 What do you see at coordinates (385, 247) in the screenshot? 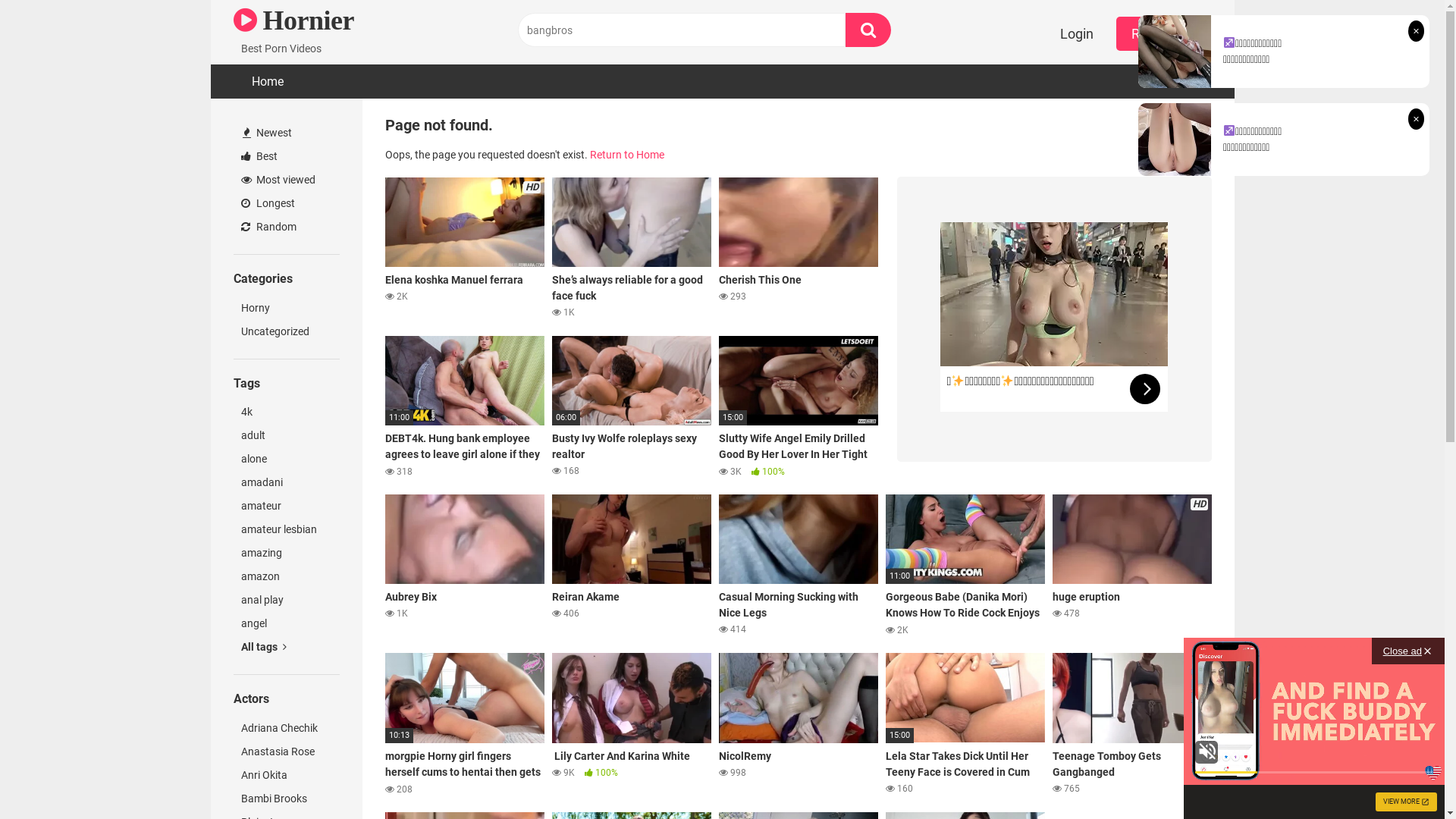
I see `'HD` at bounding box center [385, 247].